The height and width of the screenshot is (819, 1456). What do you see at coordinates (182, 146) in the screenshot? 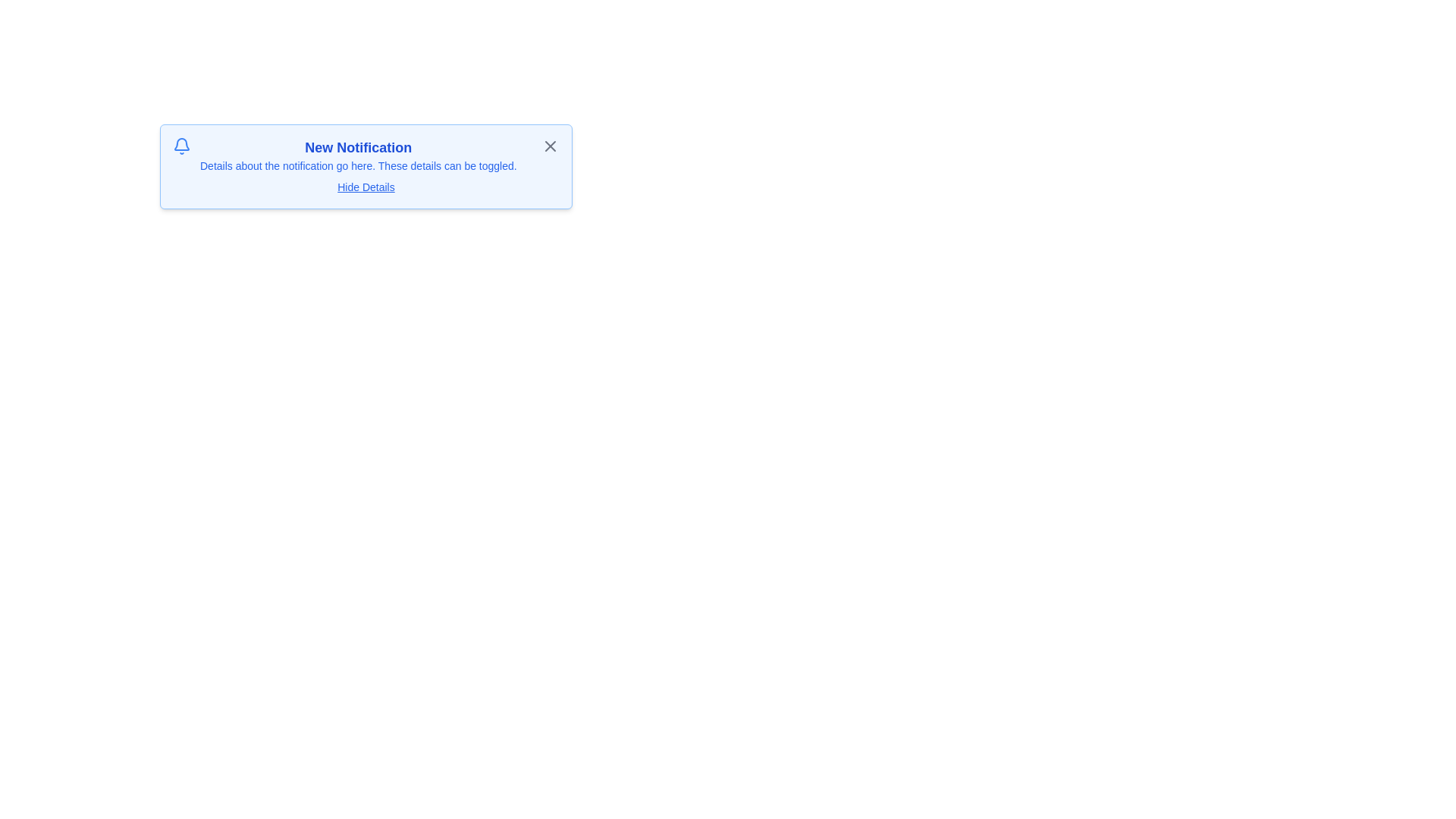
I see `the notification bell icon to trigger contextual feedback` at bounding box center [182, 146].